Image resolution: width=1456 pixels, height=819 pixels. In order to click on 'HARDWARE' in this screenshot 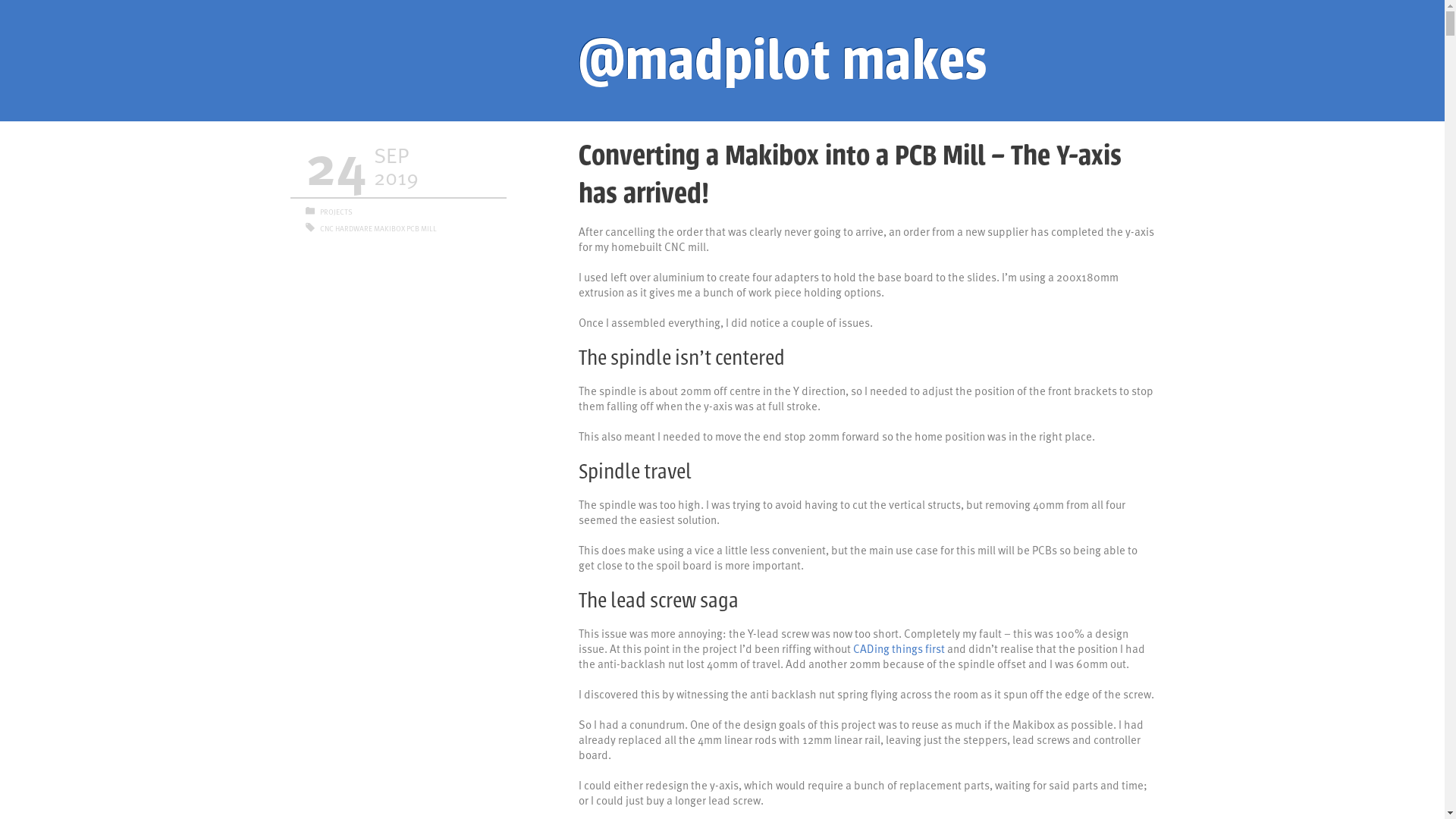, I will do `click(334, 227)`.